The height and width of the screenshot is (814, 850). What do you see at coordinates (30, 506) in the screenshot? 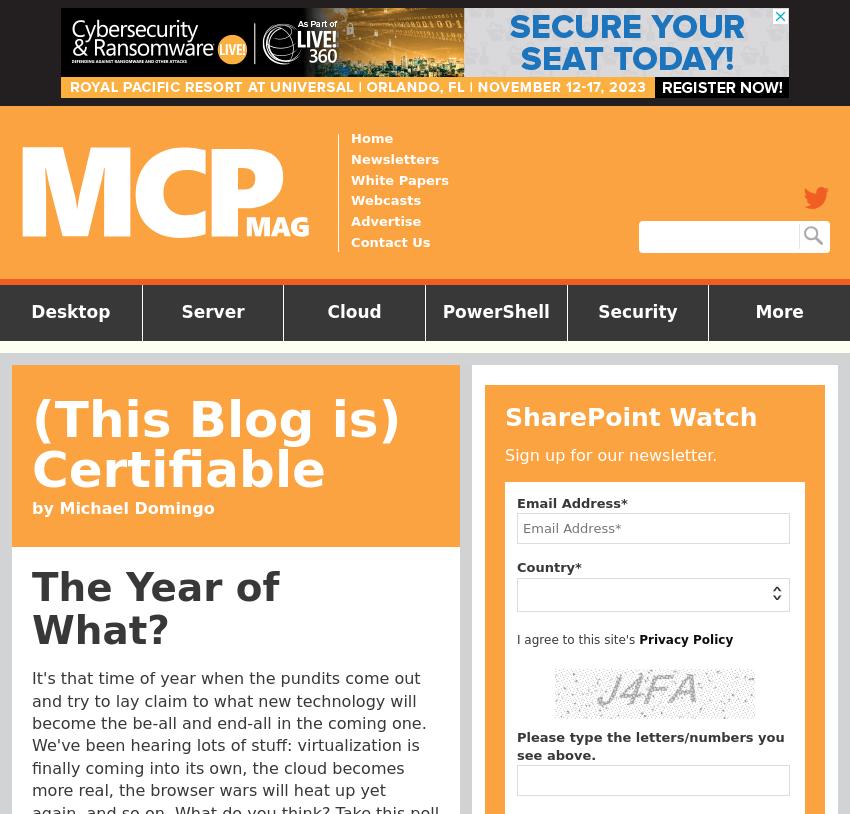
I see `'by Michael Domingo'` at bounding box center [30, 506].